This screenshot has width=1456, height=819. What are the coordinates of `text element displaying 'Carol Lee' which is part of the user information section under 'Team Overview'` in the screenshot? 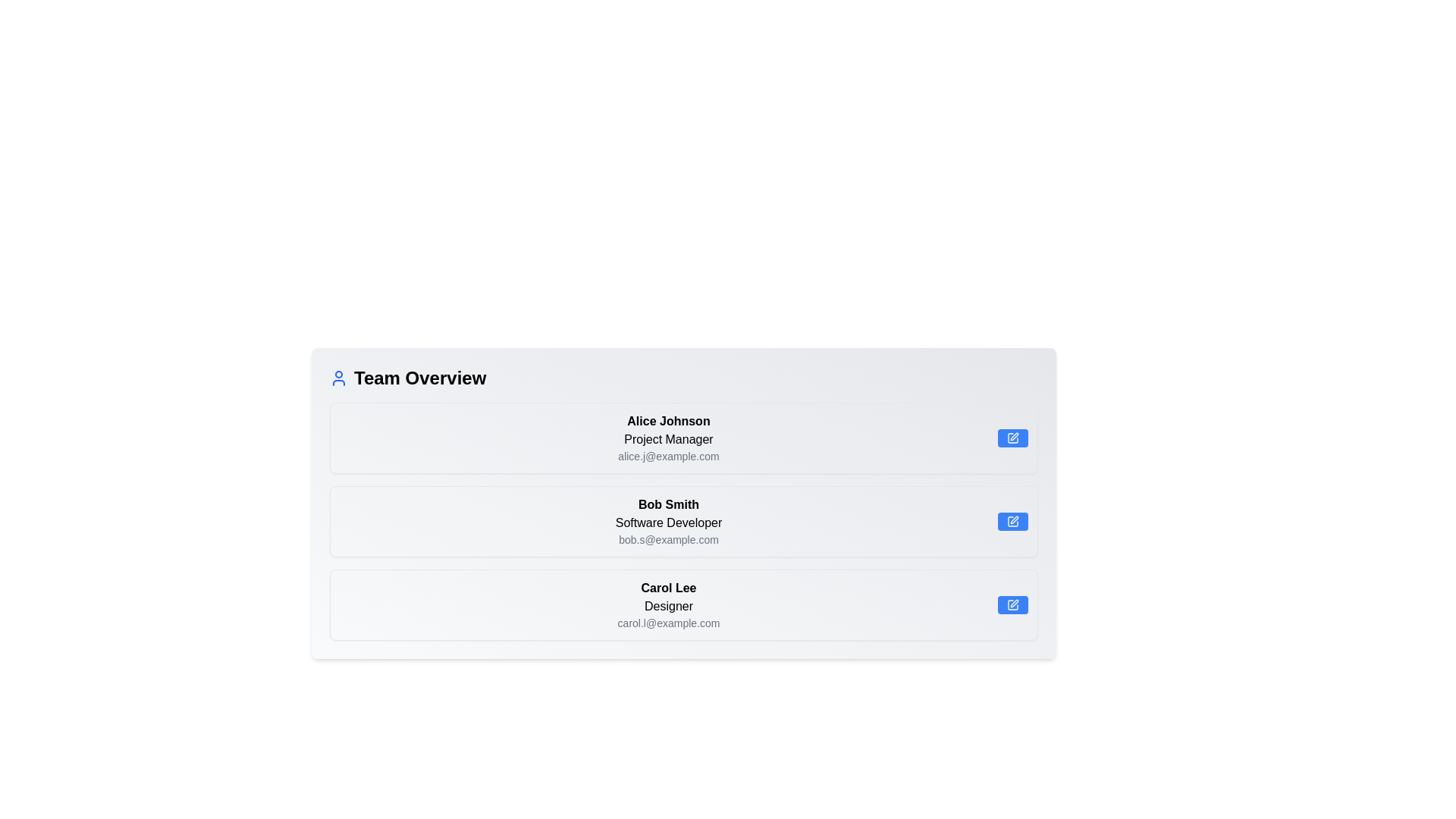 It's located at (668, 587).